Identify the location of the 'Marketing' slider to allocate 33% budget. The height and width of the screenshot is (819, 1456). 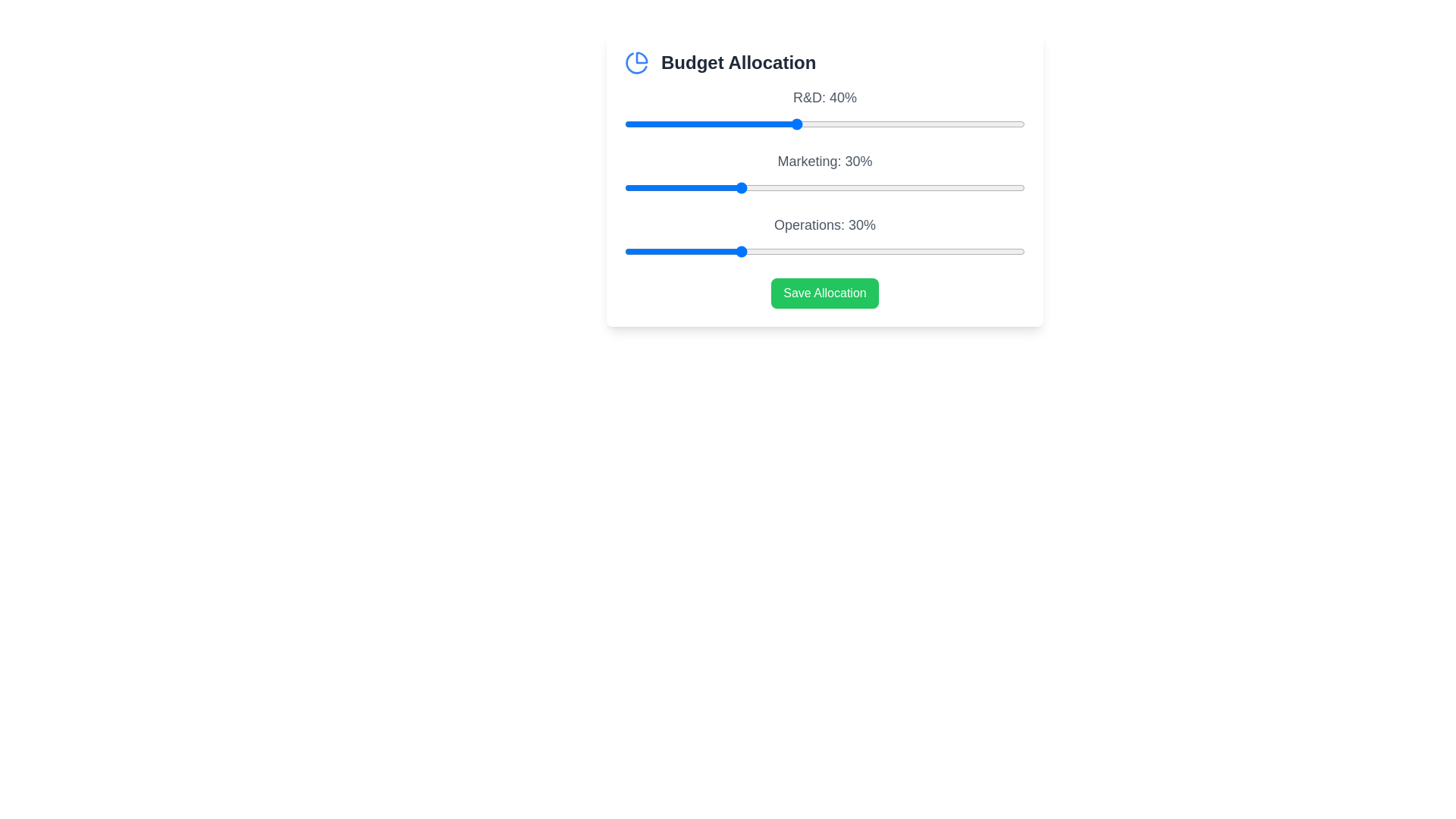
(756, 187).